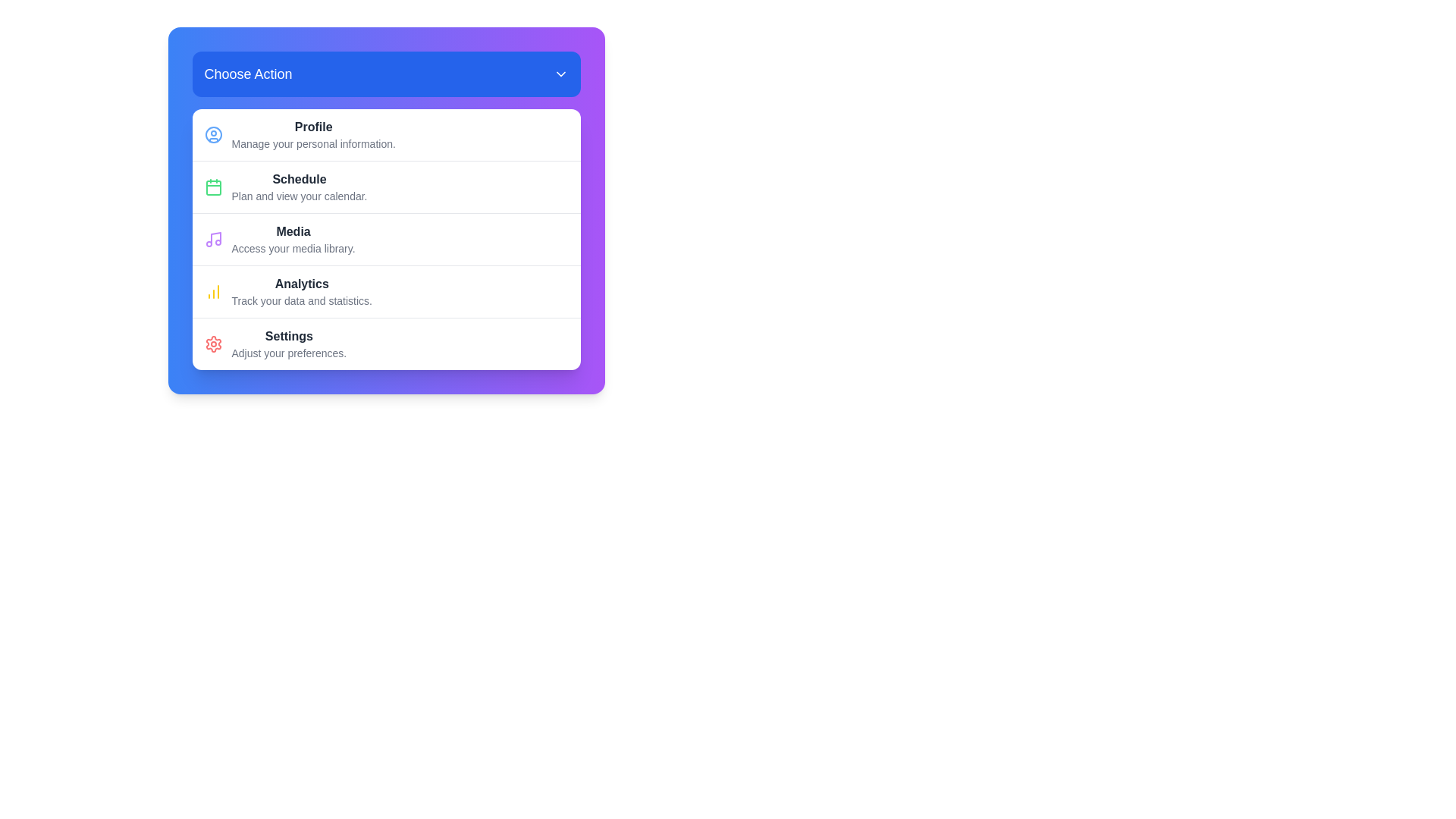 The height and width of the screenshot is (819, 1456). I want to click on the calendar icon with a green border and white background, located to the left of the 'Schedule' label in the second row under 'Choose Action', so click(212, 186).